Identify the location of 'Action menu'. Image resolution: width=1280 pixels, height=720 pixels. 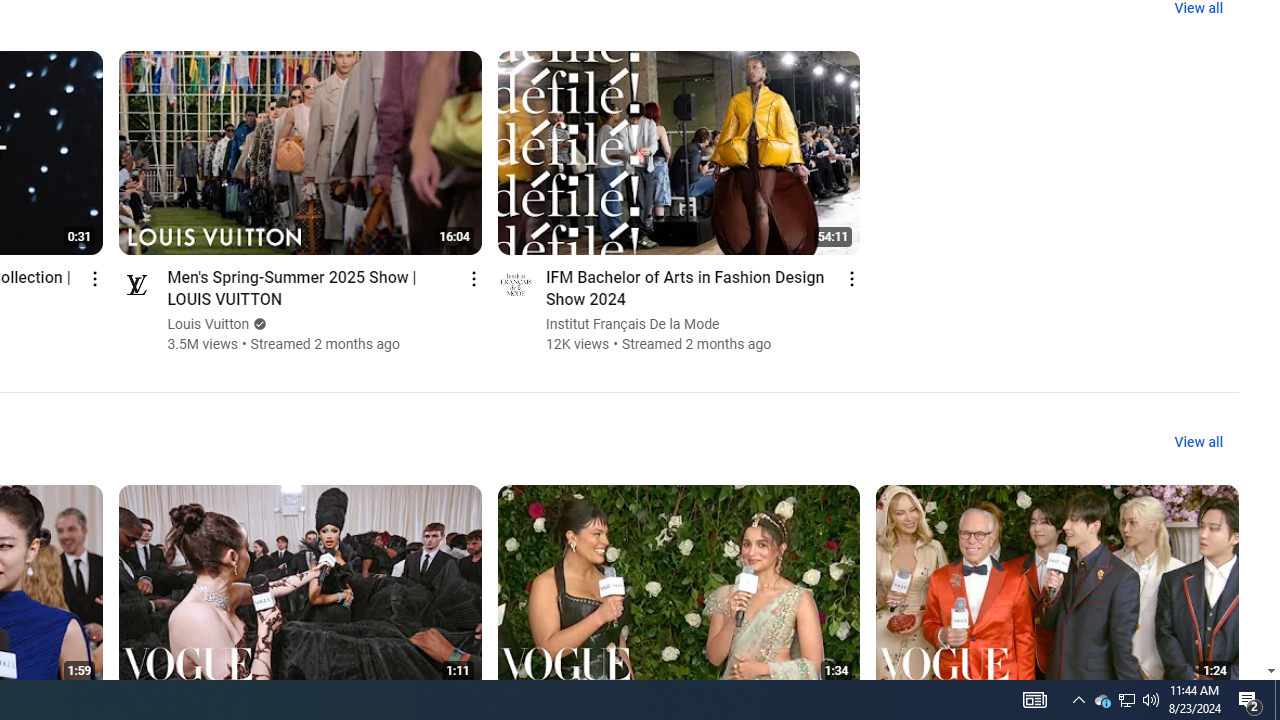
(852, 278).